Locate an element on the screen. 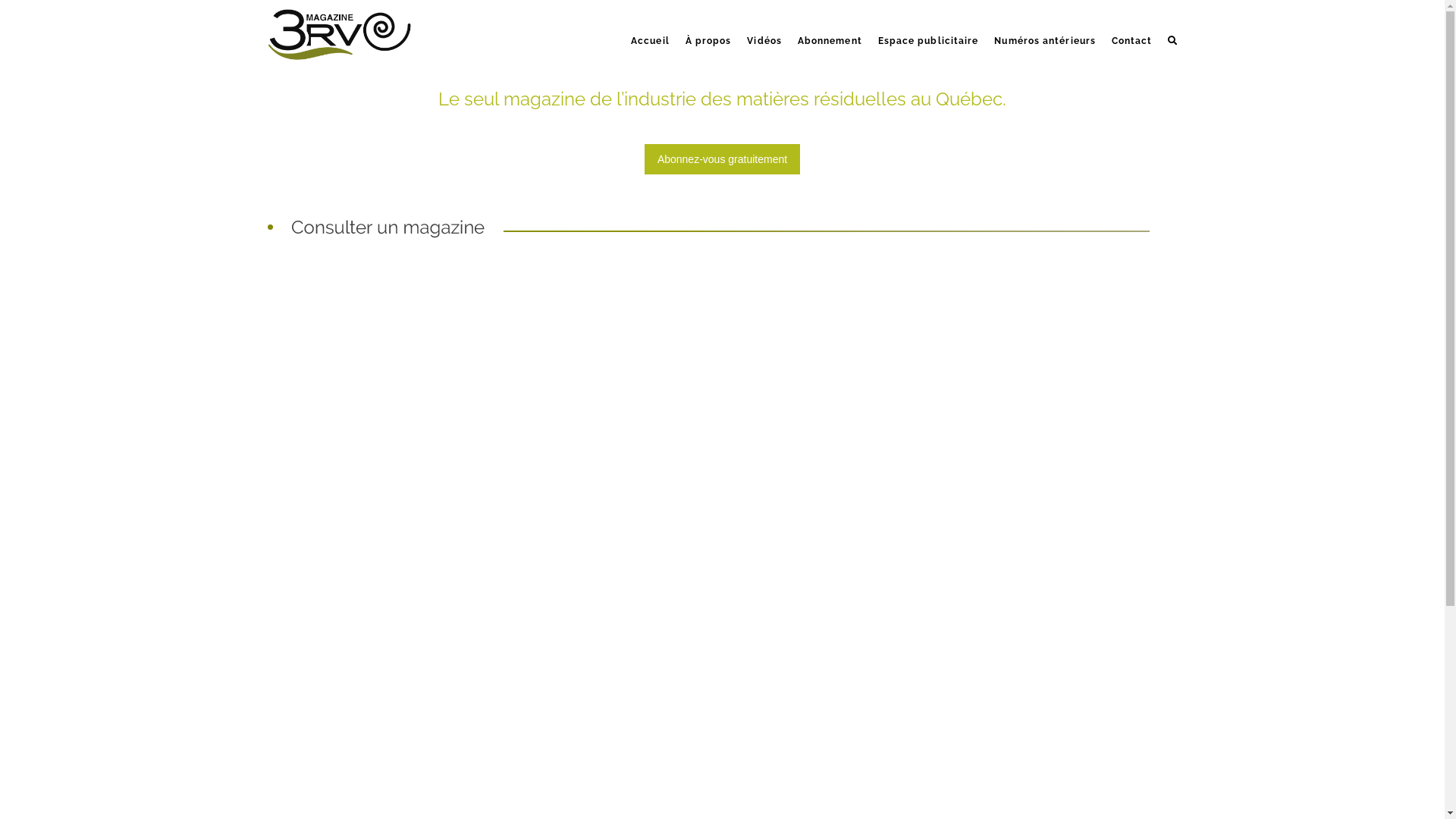  'Espace publicitaire' is located at coordinates (870, 26).